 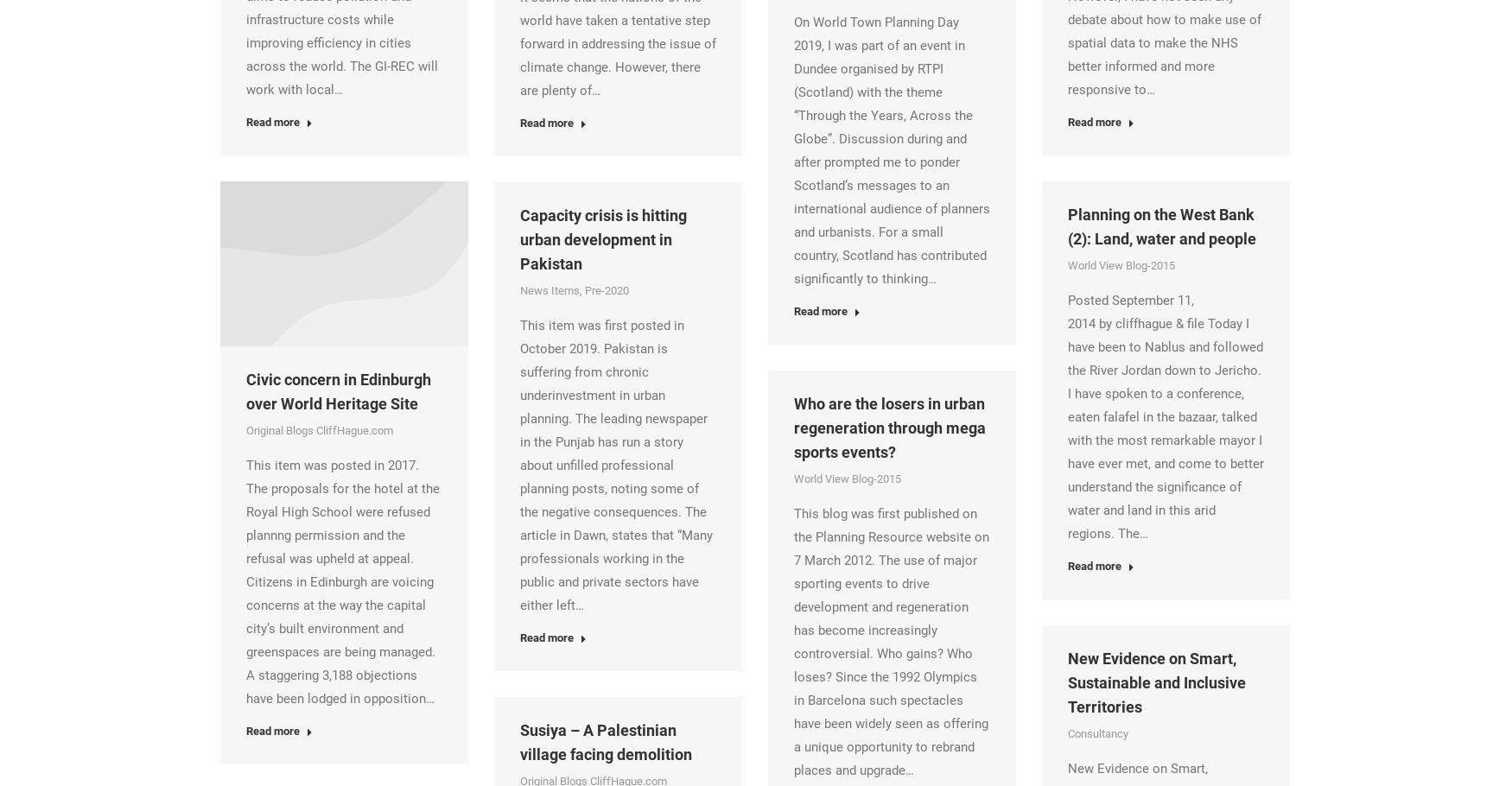 What do you see at coordinates (606, 740) in the screenshot?
I see `'Susiya – A Palestinian village facing demolition'` at bounding box center [606, 740].